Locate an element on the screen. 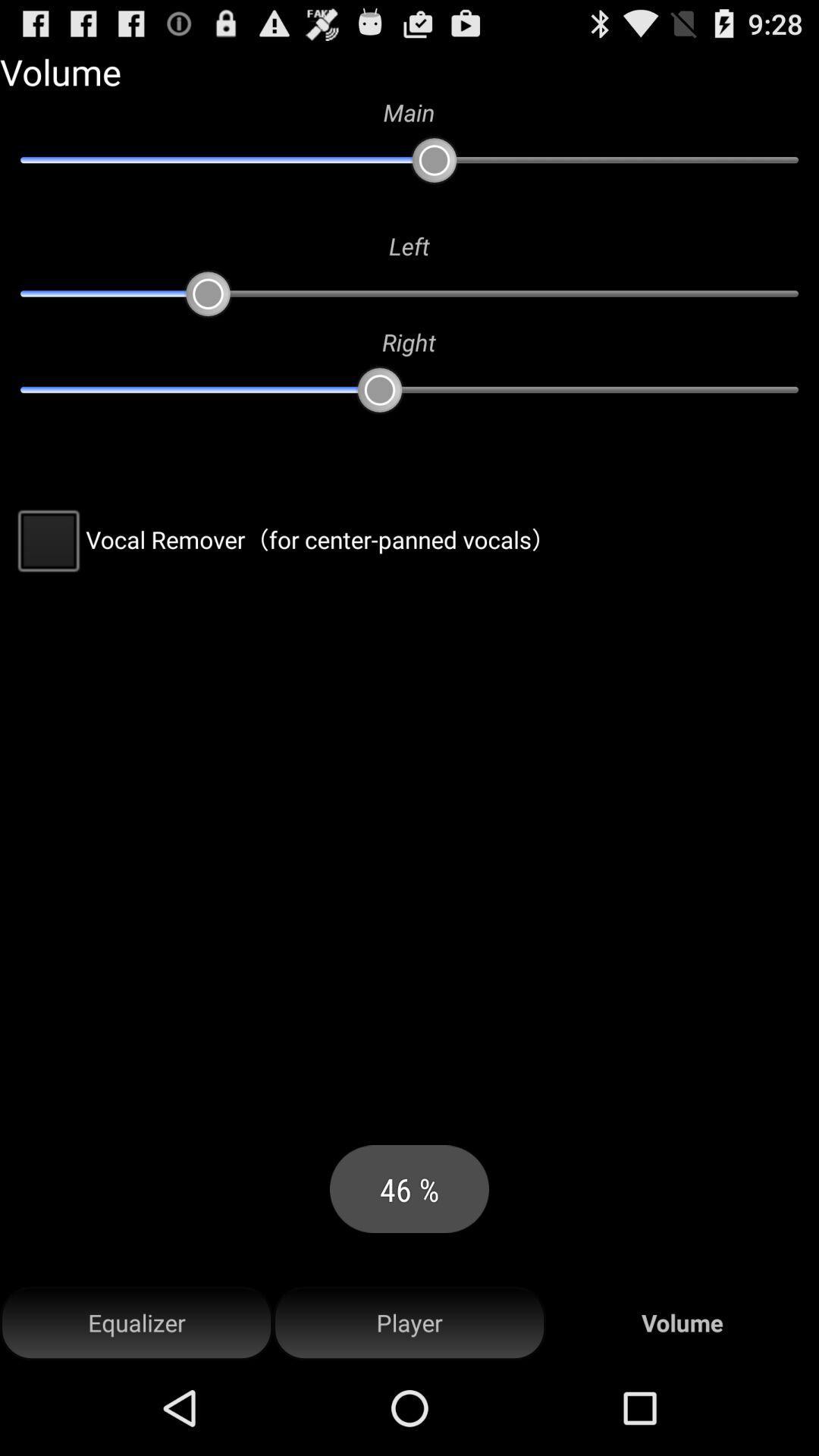  the item next to volume icon is located at coordinates (409, 1323).